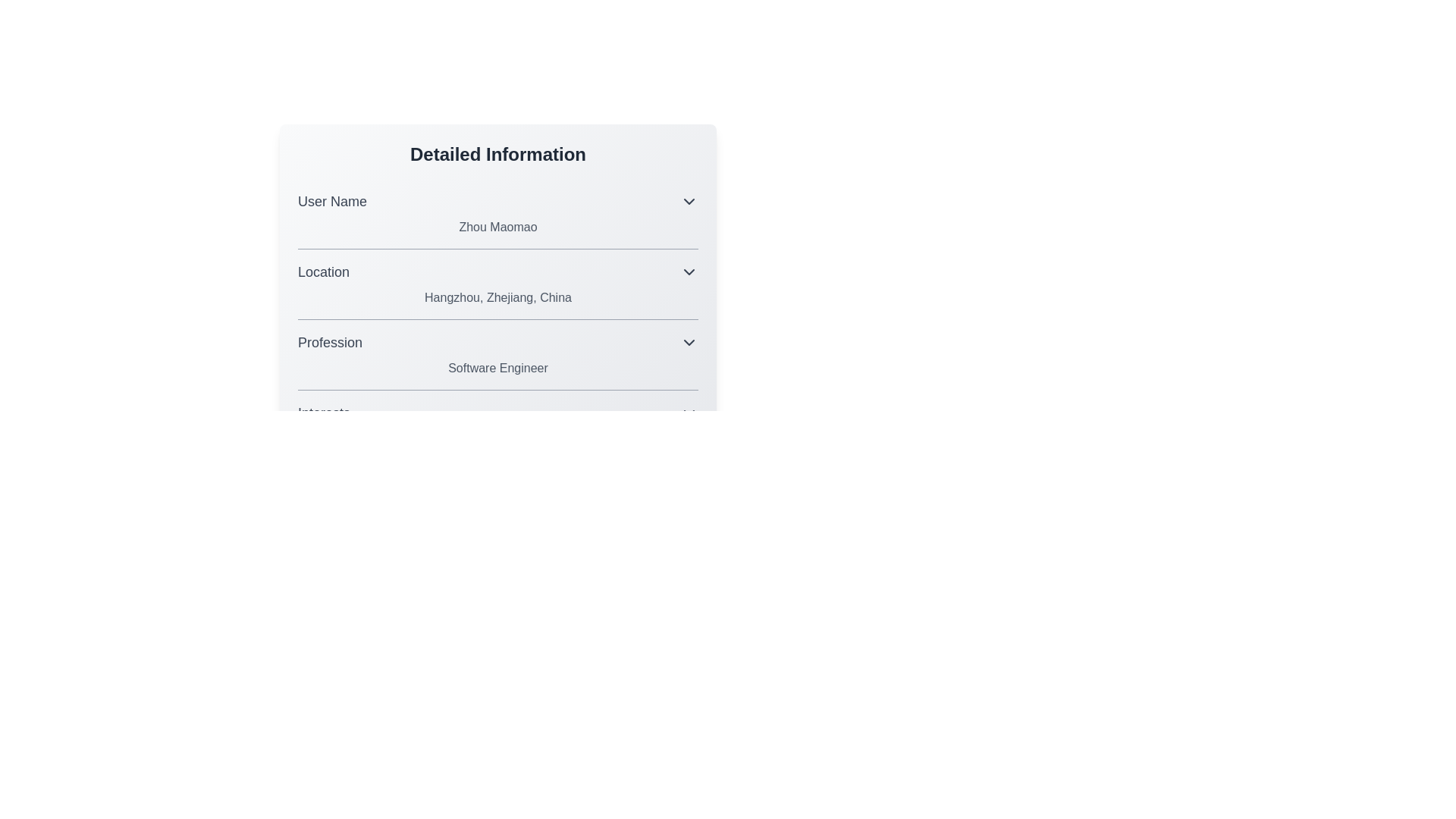  I want to click on the text label indicating the user's profession located in the vertical list under the 'Detailed Information' heading, so click(329, 342).